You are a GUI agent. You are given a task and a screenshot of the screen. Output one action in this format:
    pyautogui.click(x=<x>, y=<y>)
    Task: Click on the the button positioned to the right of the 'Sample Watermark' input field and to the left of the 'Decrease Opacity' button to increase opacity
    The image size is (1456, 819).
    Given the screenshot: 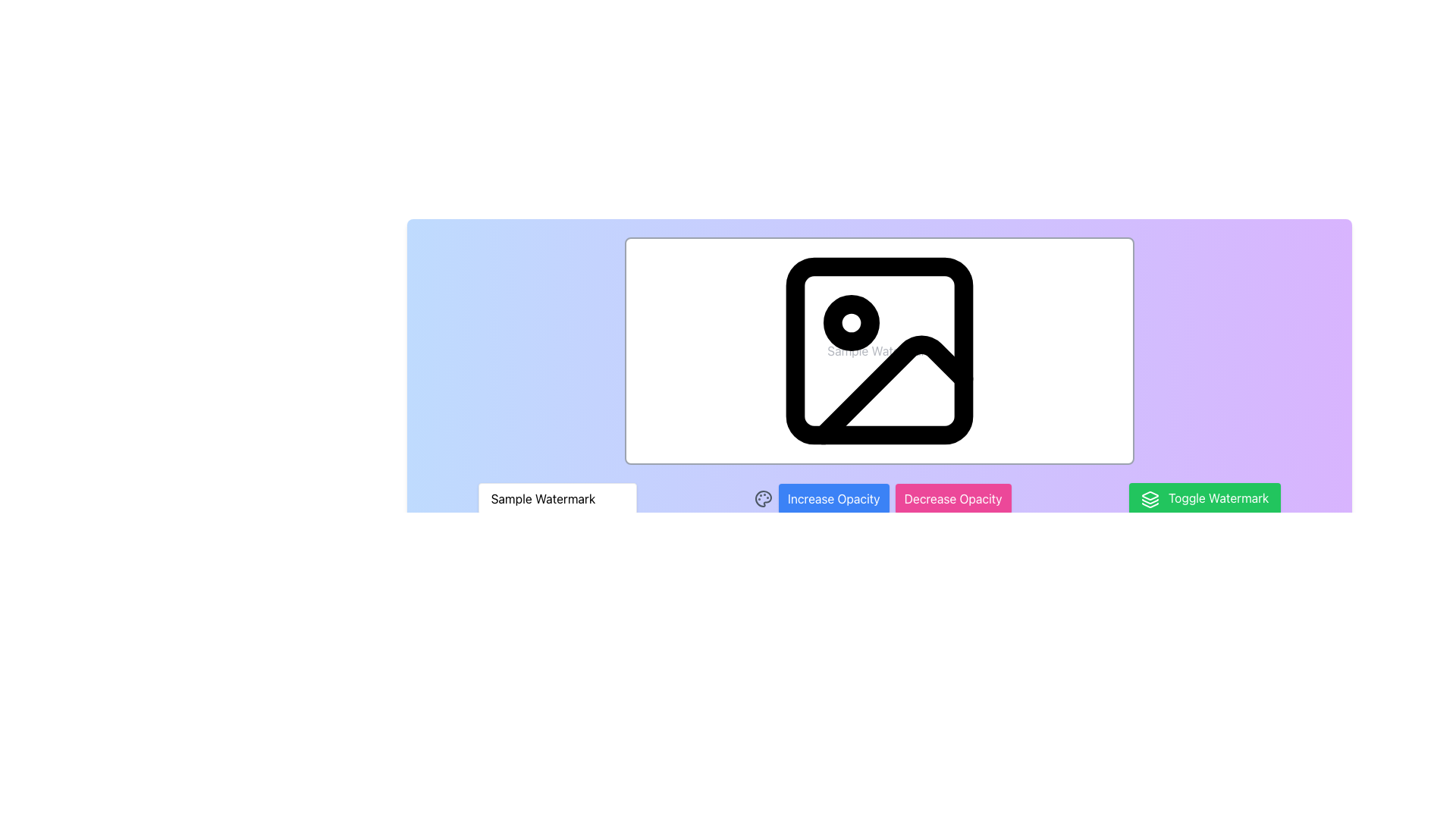 What is the action you would take?
    pyautogui.click(x=880, y=499)
    